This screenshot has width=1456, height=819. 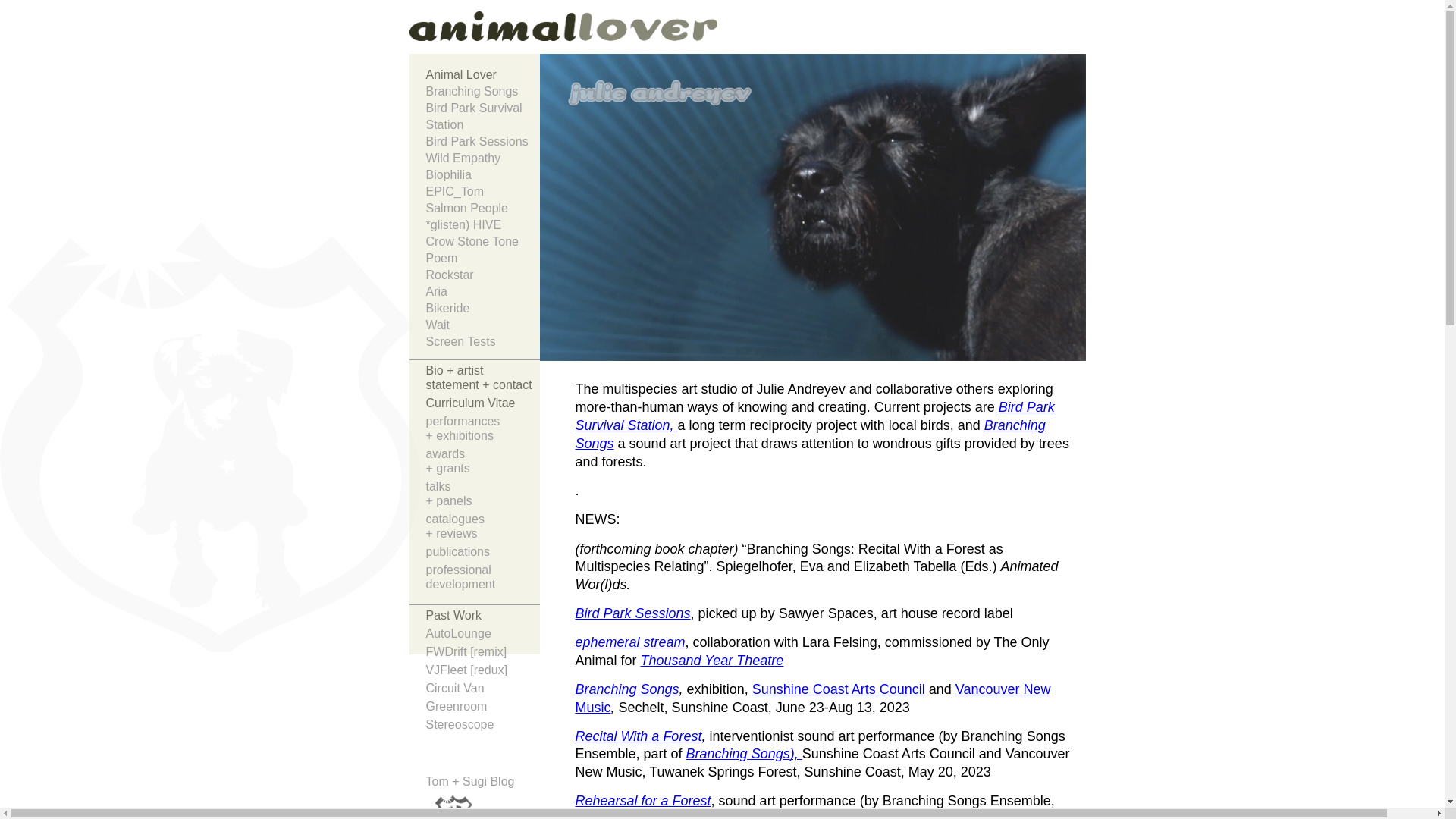 What do you see at coordinates (482, 430) in the screenshot?
I see `'performances` at bounding box center [482, 430].